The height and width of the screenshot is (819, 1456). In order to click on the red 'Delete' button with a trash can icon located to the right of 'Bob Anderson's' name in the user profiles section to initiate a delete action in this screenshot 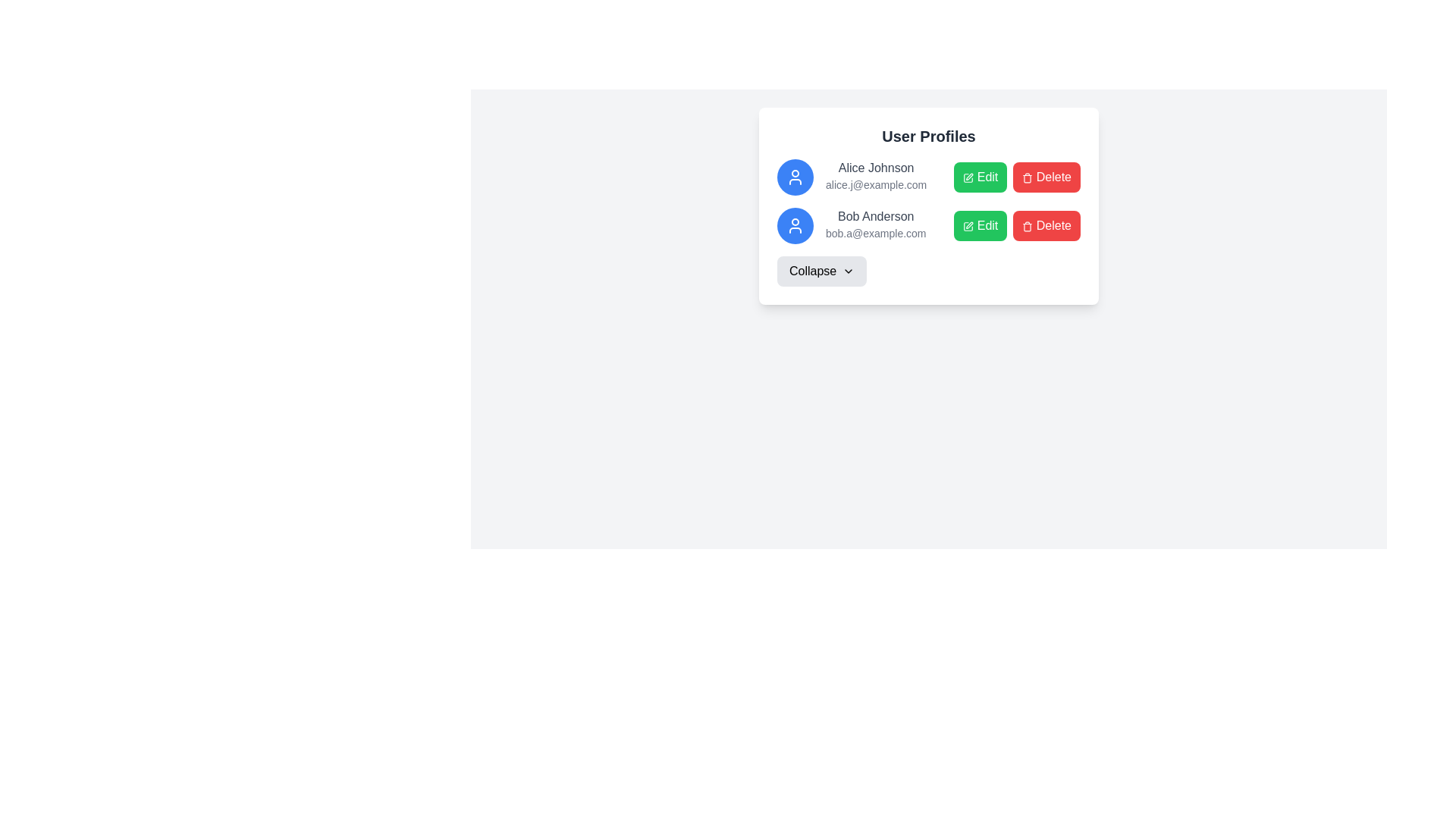, I will do `click(1046, 225)`.